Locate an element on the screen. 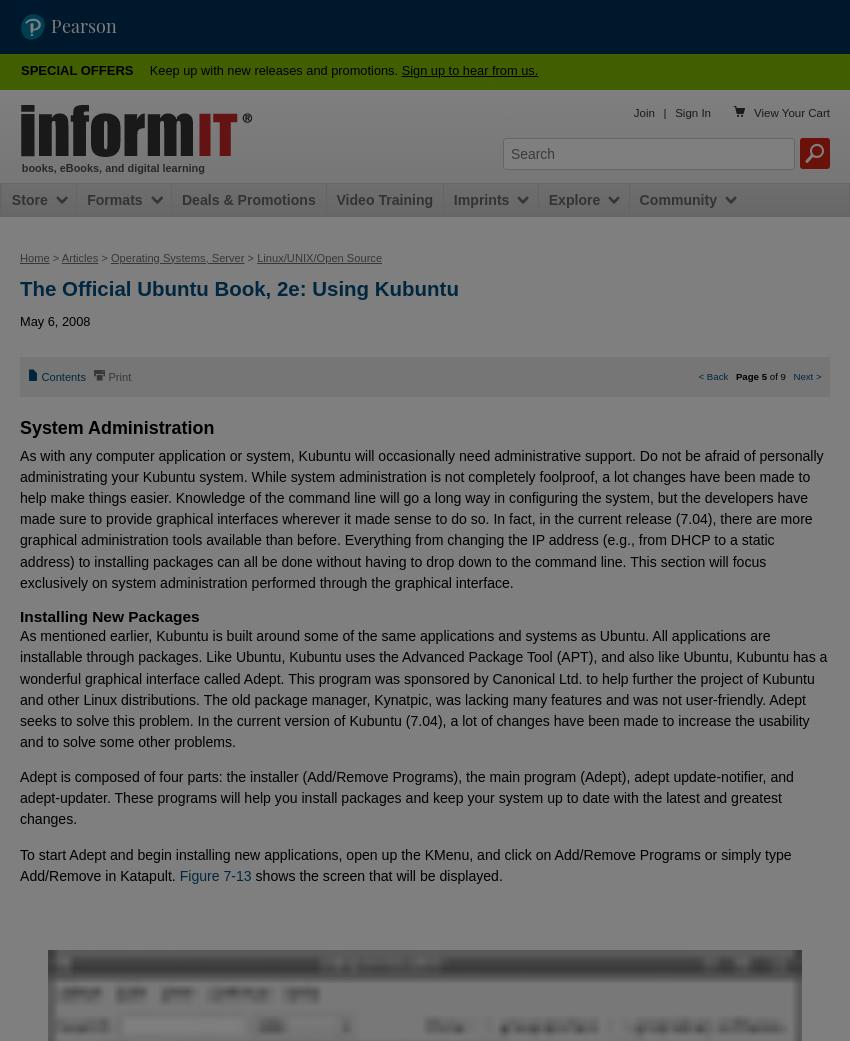 The height and width of the screenshot is (1041, 850). 'The Official Ubuntu Book, 2e: Using Kubuntu' is located at coordinates (18, 287).